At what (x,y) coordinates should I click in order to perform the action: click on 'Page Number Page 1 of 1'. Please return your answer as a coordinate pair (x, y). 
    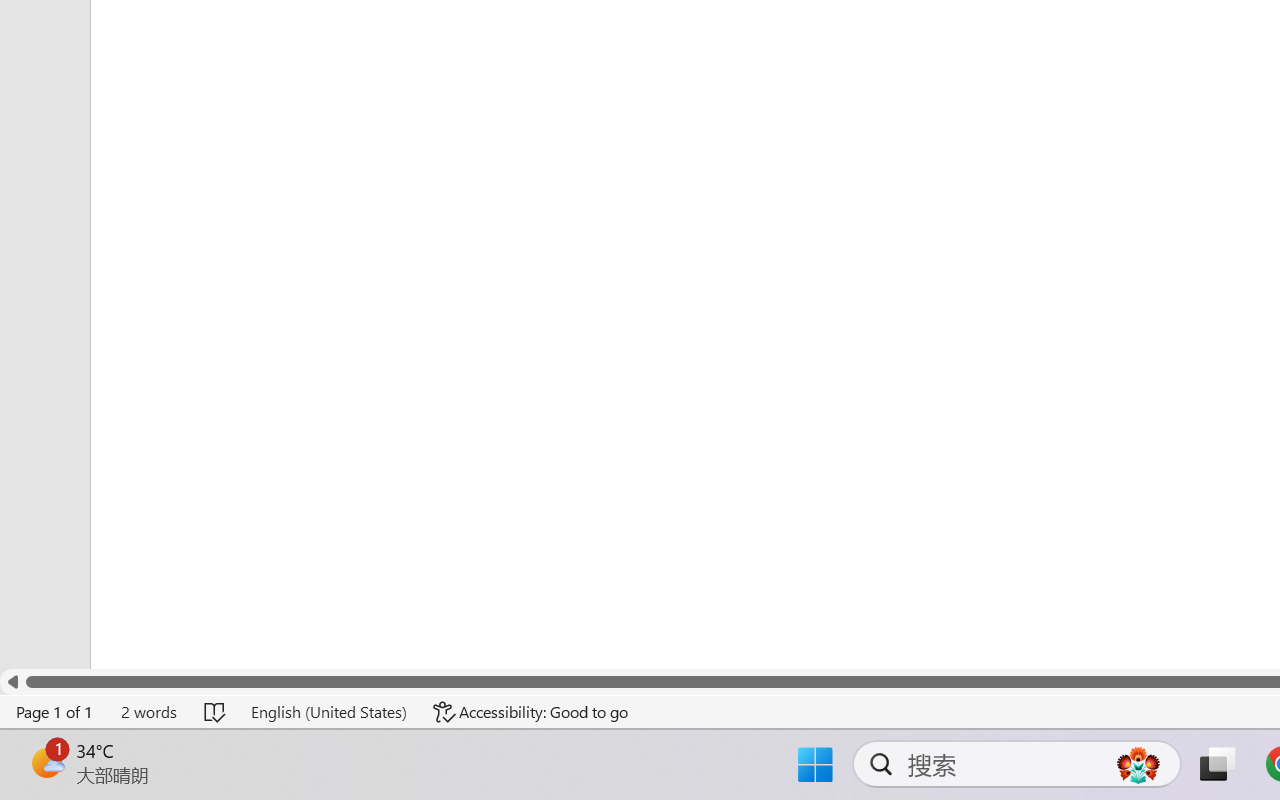
    Looking at the image, I should click on (55, 711).